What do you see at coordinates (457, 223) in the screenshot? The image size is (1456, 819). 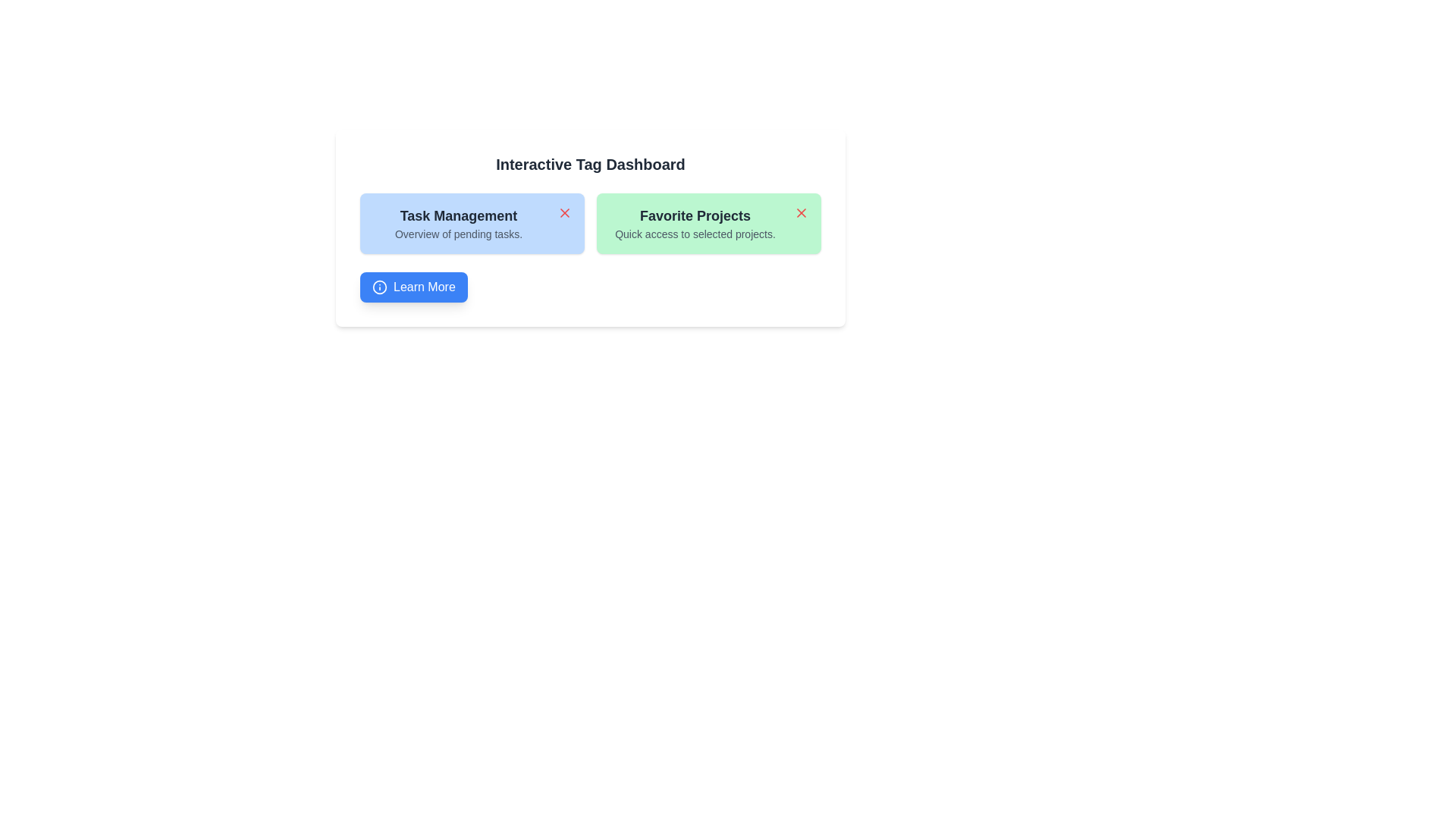 I see `the Text block titled 'Task Management' which features a bold headline and a smaller description in a light blue background` at bounding box center [457, 223].